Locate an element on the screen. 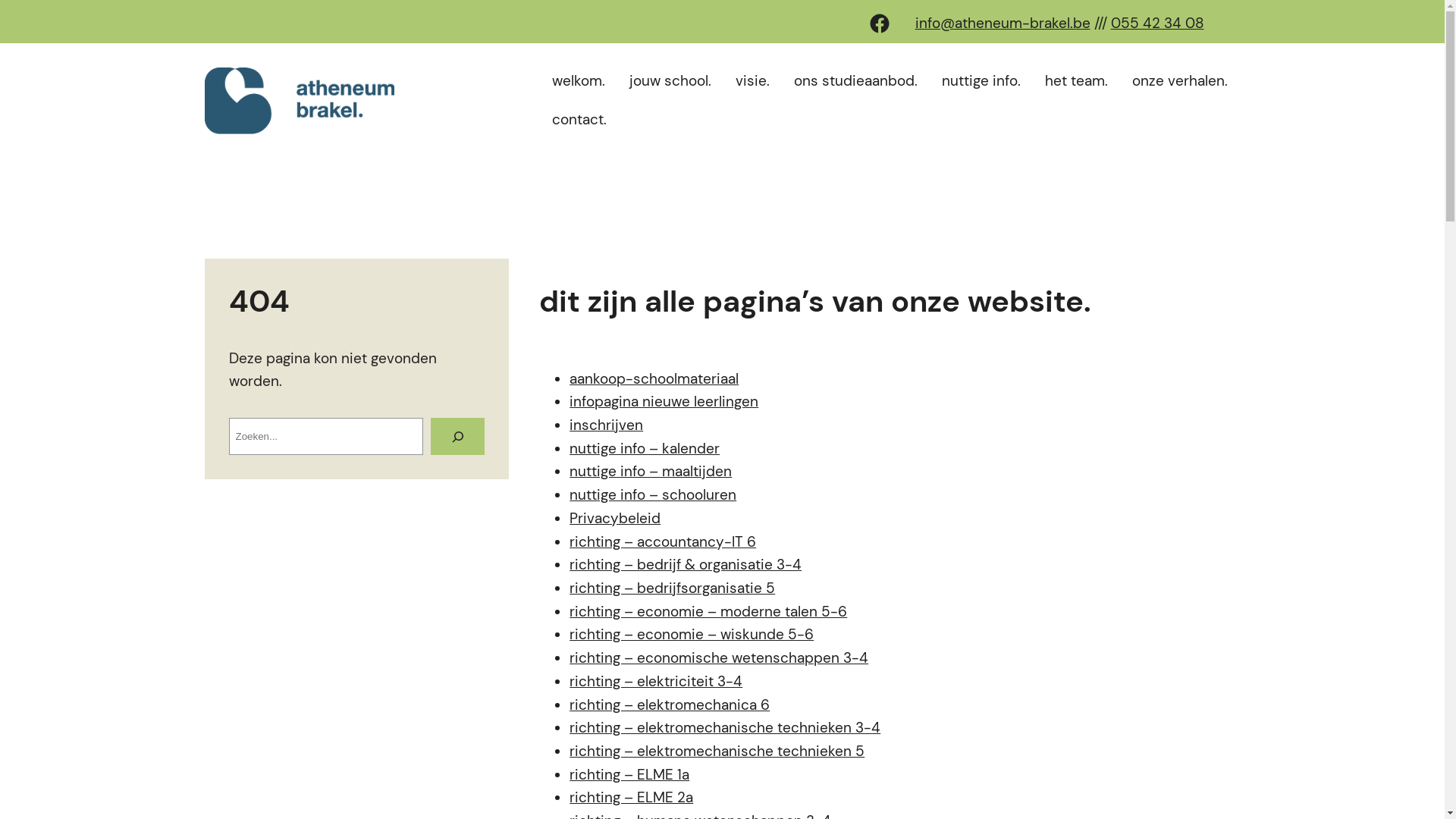 This screenshot has width=1456, height=819. 'Facebook' is located at coordinates (878, 23).